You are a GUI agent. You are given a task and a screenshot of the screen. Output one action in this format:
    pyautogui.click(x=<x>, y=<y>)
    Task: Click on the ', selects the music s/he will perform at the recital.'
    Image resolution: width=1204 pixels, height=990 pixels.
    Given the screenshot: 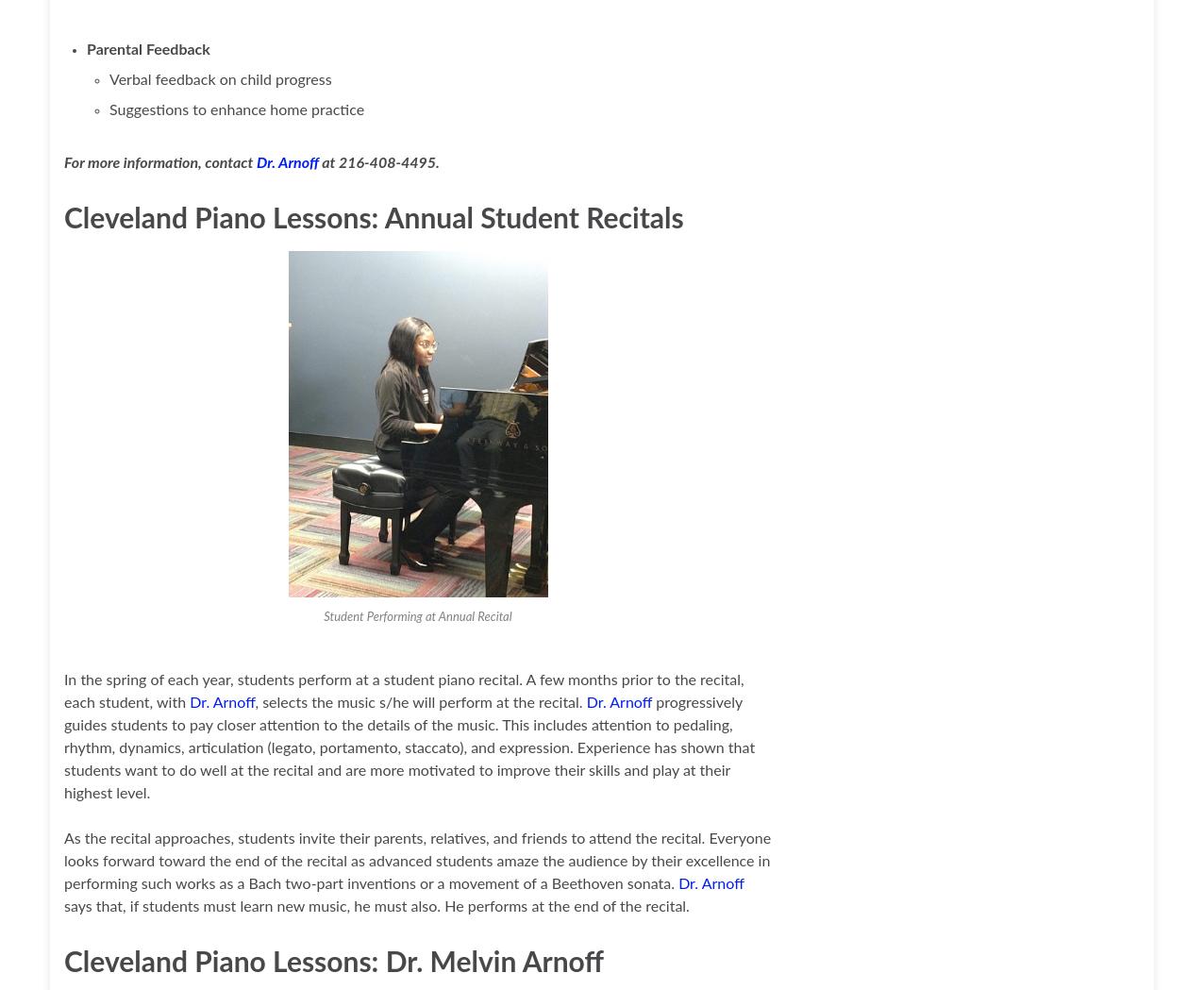 What is the action you would take?
    pyautogui.click(x=420, y=700)
    